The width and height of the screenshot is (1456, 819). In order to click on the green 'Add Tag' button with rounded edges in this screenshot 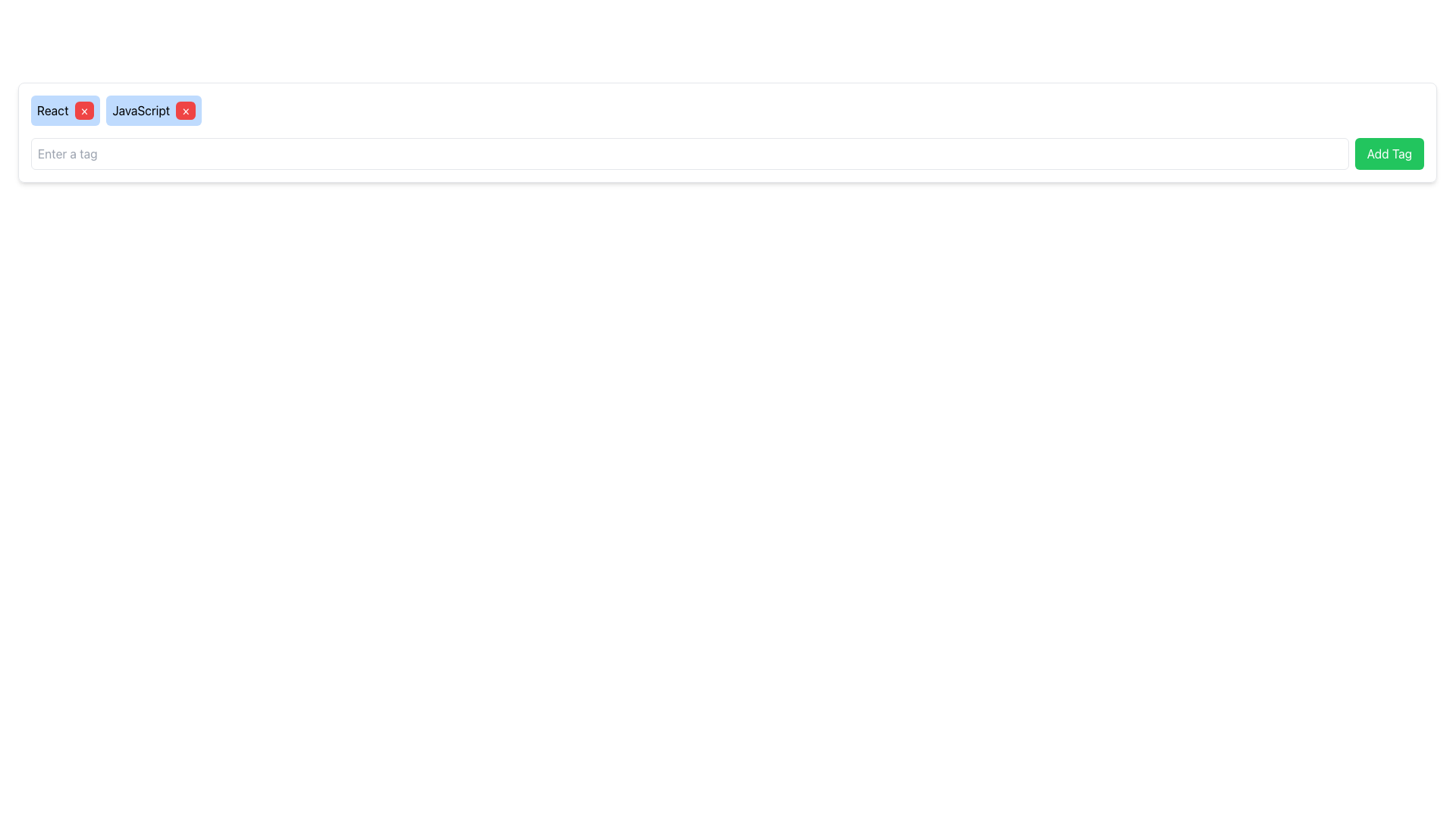, I will do `click(1389, 154)`.